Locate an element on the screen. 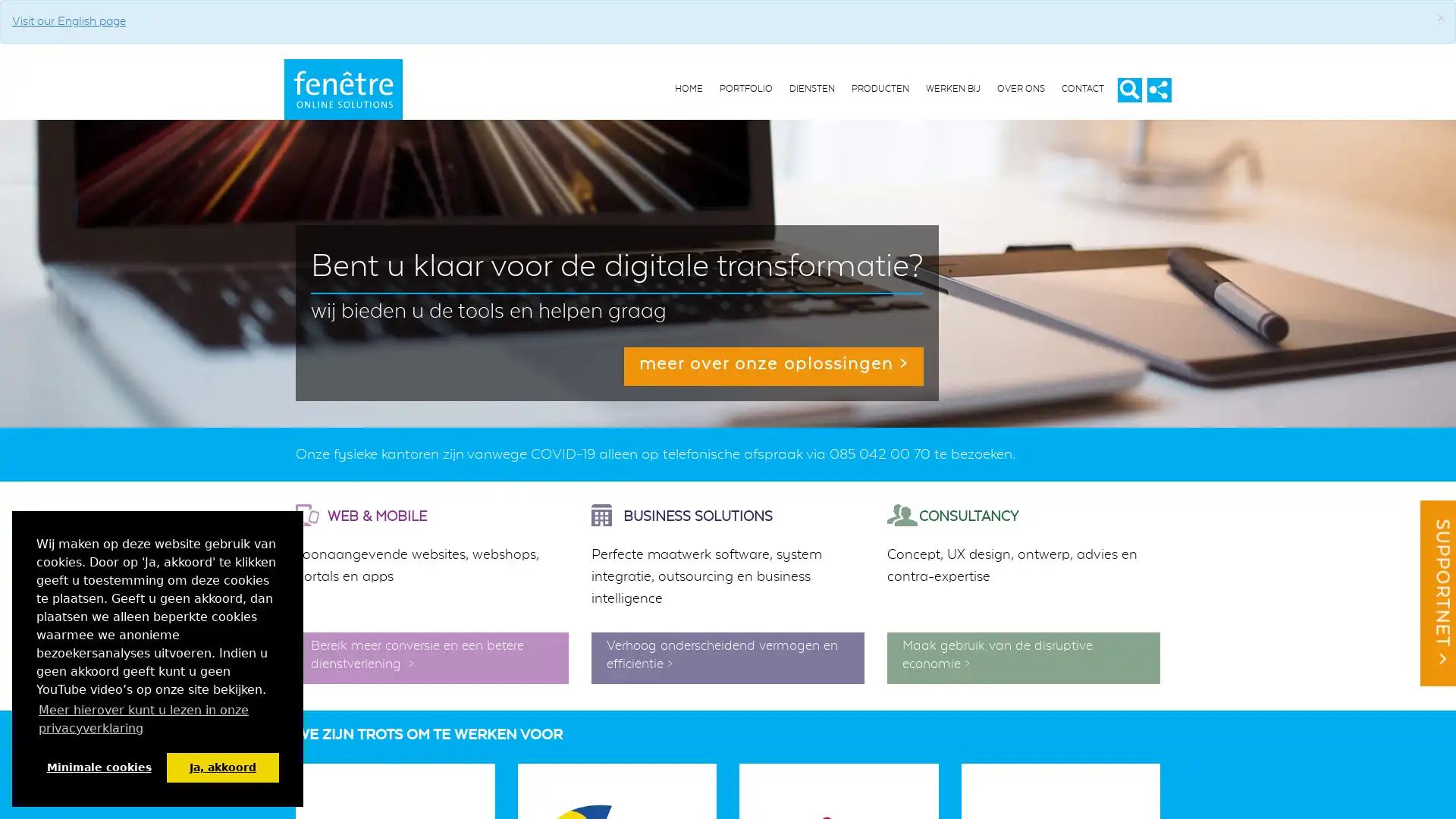 The image size is (1456, 819). Close is located at coordinates (1440, 18).